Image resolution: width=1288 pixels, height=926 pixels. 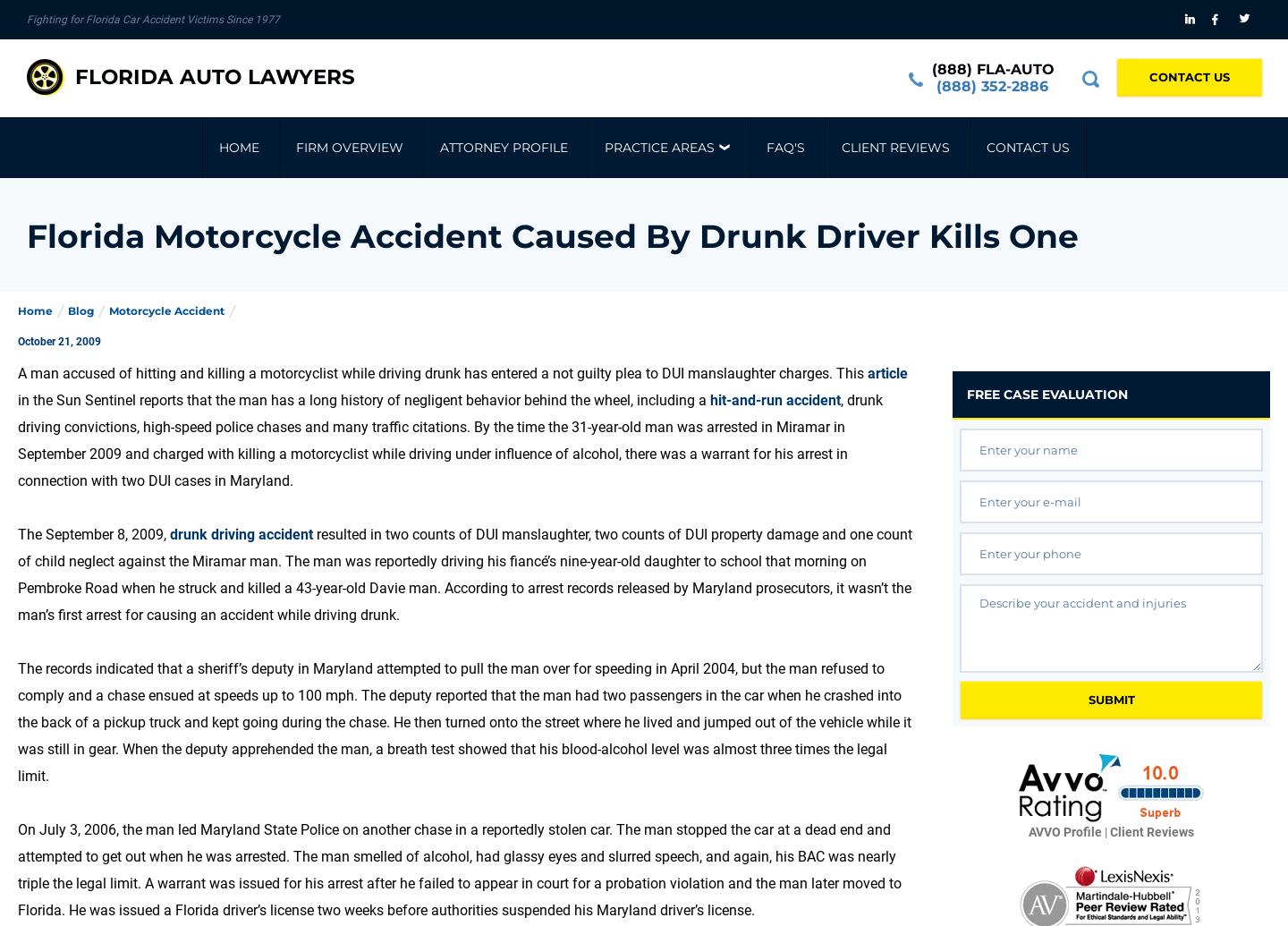 What do you see at coordinates (1105, 831) in the screenshot?
I see `'|'` at bounding box center [1105, 831].